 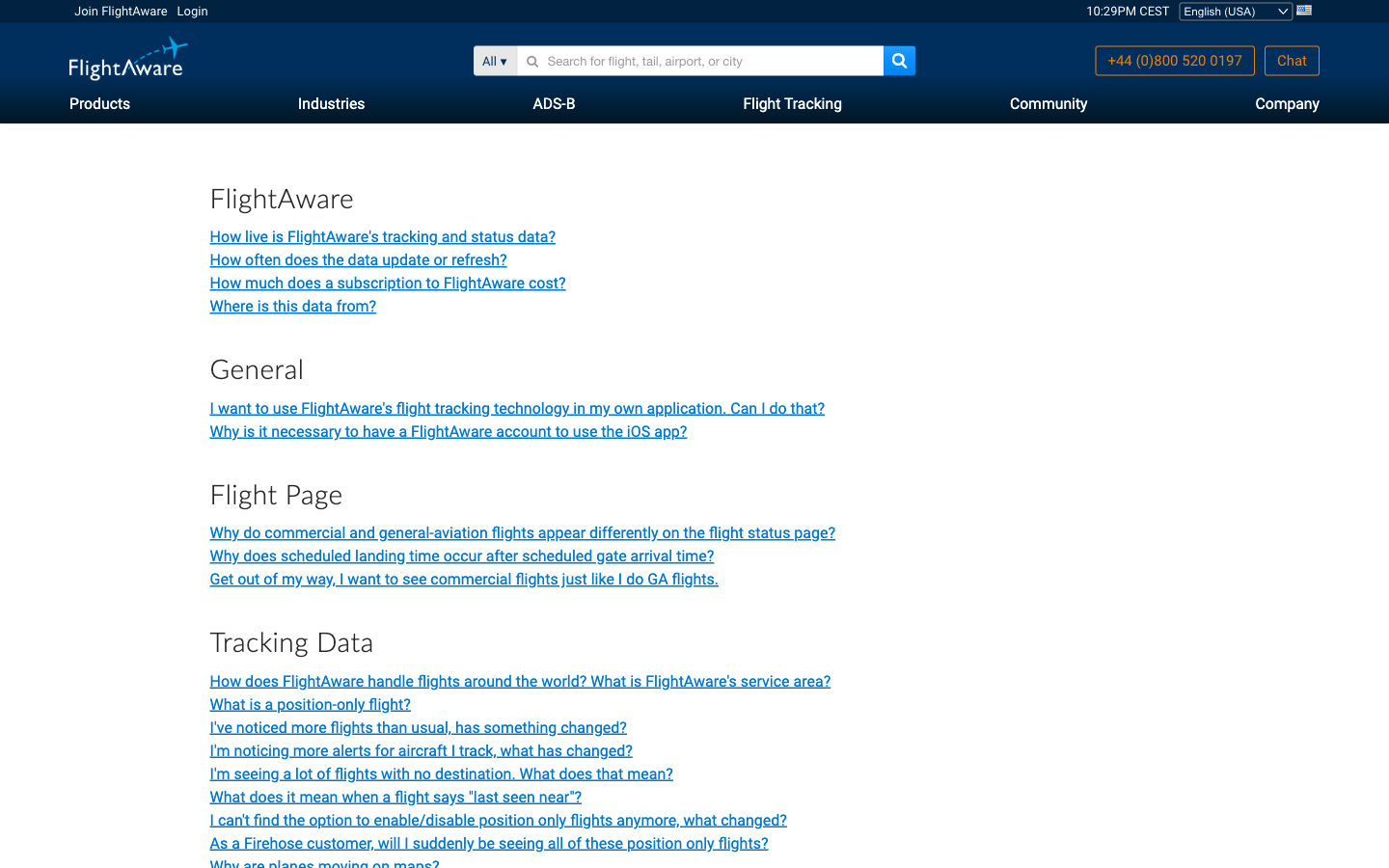 I want to click on Look for details on position-only flight, so click(x=310, y=703).